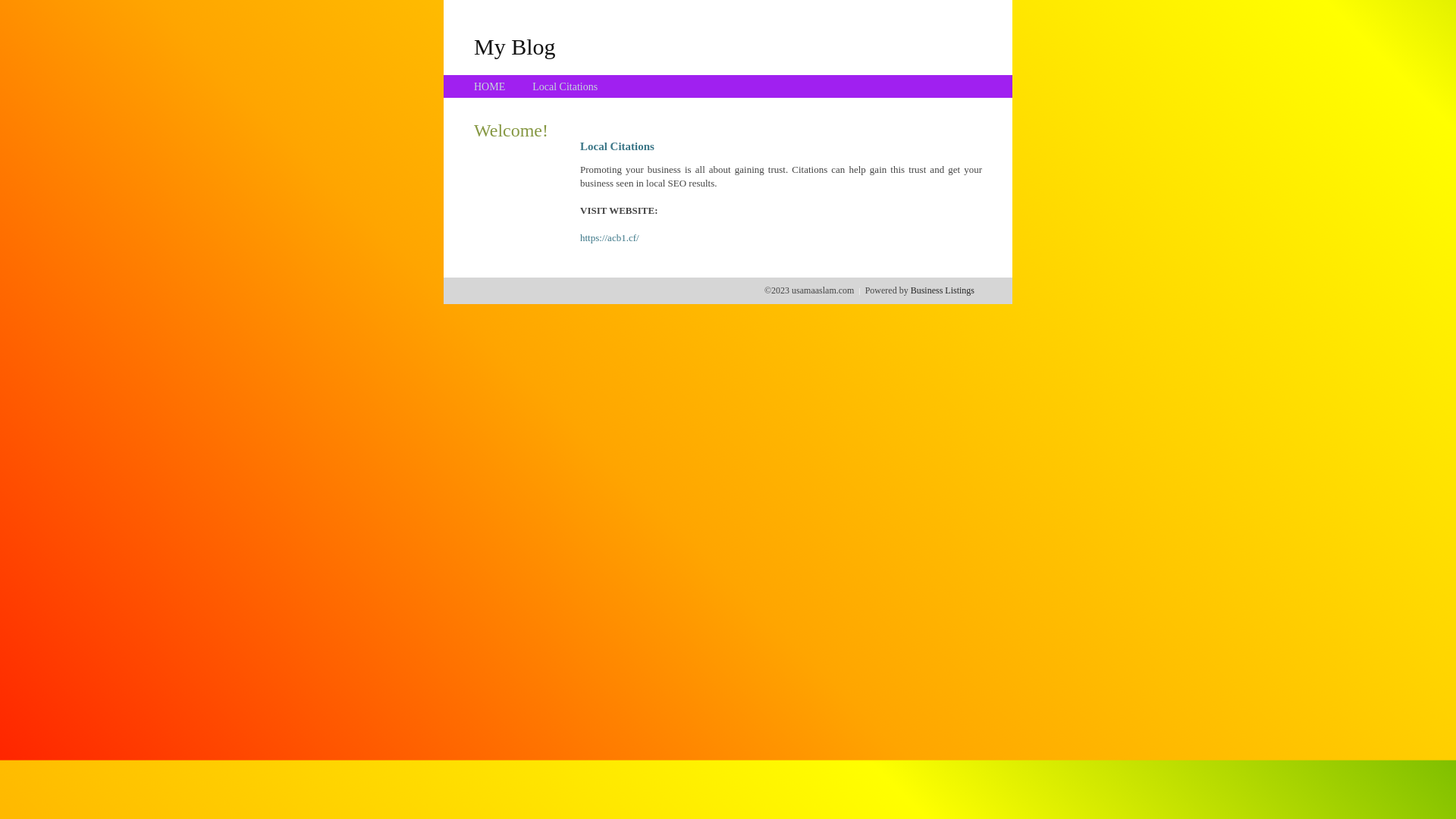  Describe the element at coordinates (610, 237) in the screenshot. I see `'https://acb1.cf/'` at that location.